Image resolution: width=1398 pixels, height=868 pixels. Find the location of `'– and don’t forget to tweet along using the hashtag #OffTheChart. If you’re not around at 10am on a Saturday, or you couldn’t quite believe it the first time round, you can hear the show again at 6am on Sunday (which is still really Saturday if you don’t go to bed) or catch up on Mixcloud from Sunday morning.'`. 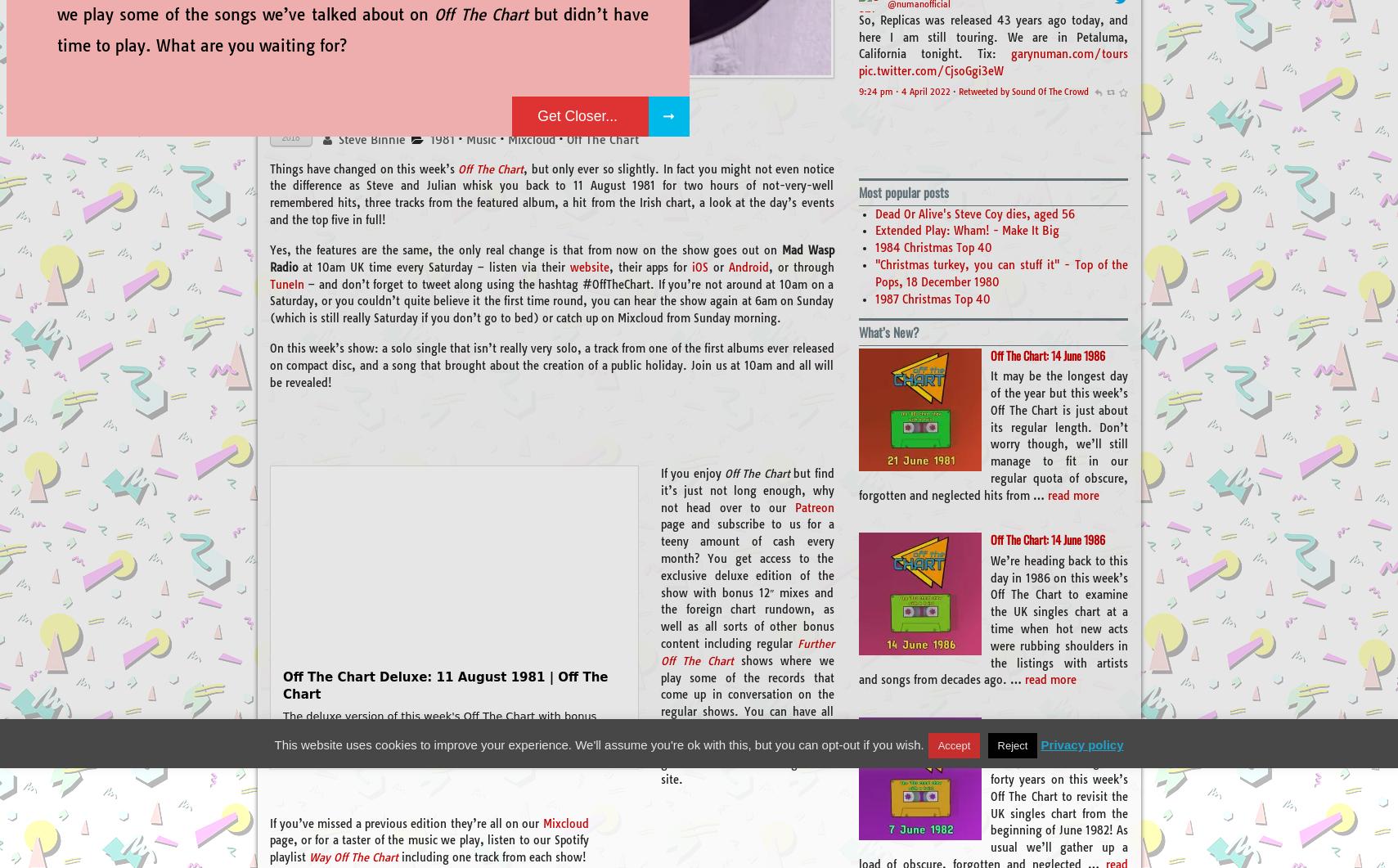

'– and don’t forget to tweet along using the hashtag #OffTheChart. If you’re not around at 10am on a Saturday, or you couldn’t quite believe it the first time round, you can hear the show again at 6am on Sunday (which is still really Saturday if you don’t go to bed) or catch up on Mixcloud from Sunday morning.' is located at coordinates (551, 300).